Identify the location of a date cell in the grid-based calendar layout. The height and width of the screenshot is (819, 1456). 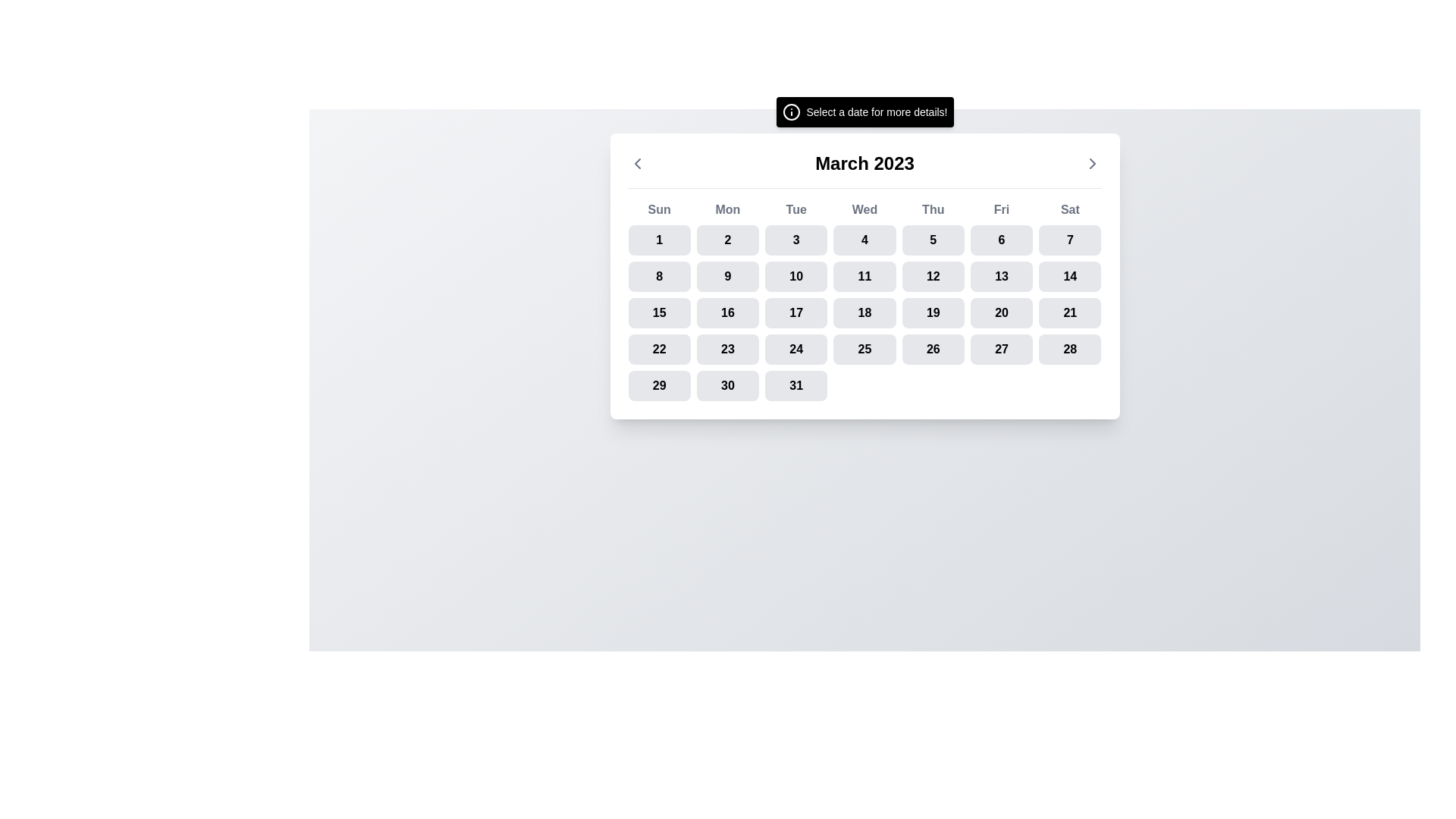
(864, 301).